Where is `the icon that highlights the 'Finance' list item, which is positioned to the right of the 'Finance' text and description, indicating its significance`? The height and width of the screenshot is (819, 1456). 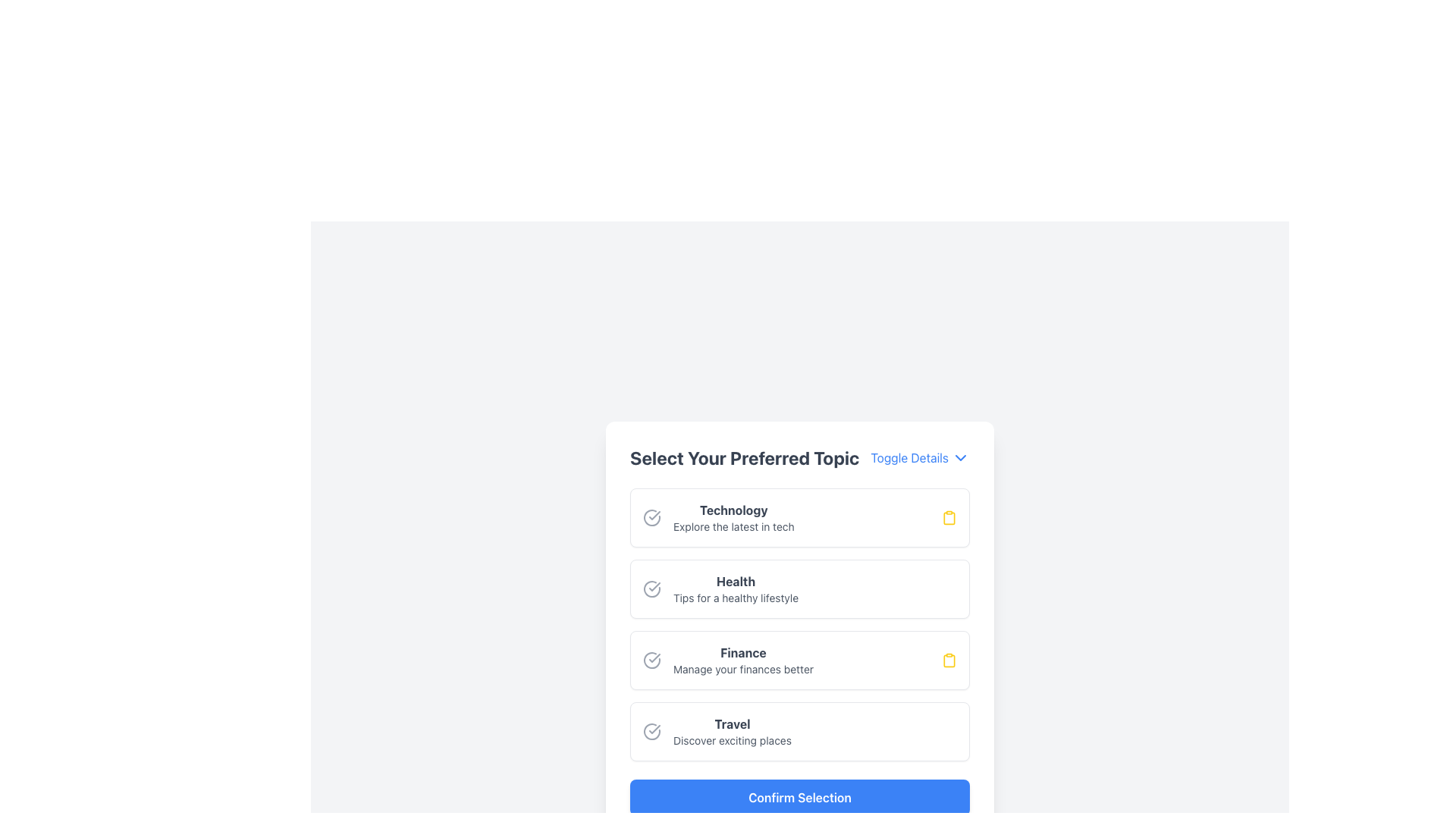
the icon that highlights the 'Finance' list item, which is positioned to the right of the 'Finance' text and description, indicating its significance is located at coordinates (949, 660).